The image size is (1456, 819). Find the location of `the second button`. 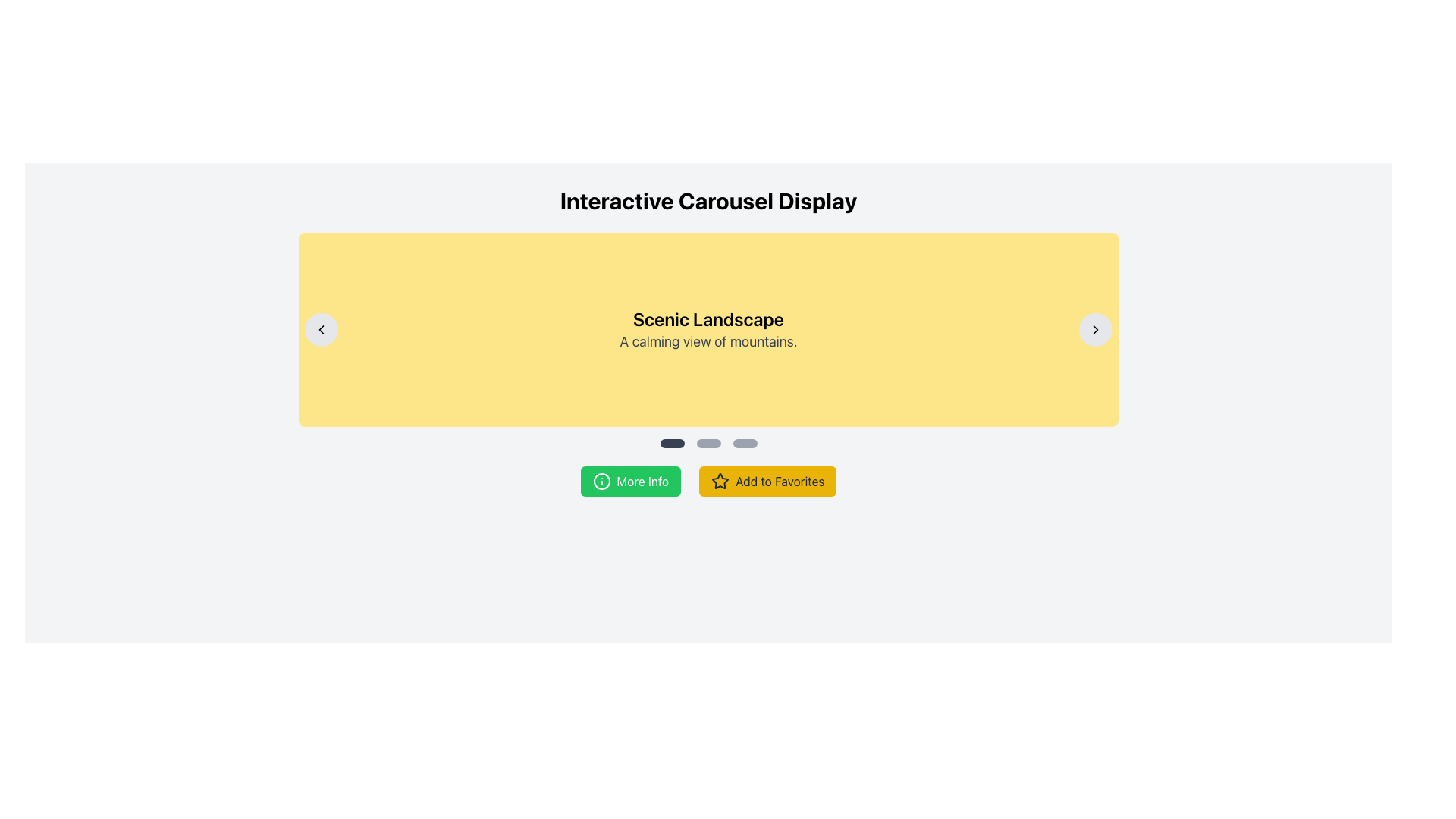

the second button is located at coordinates (767, 482).